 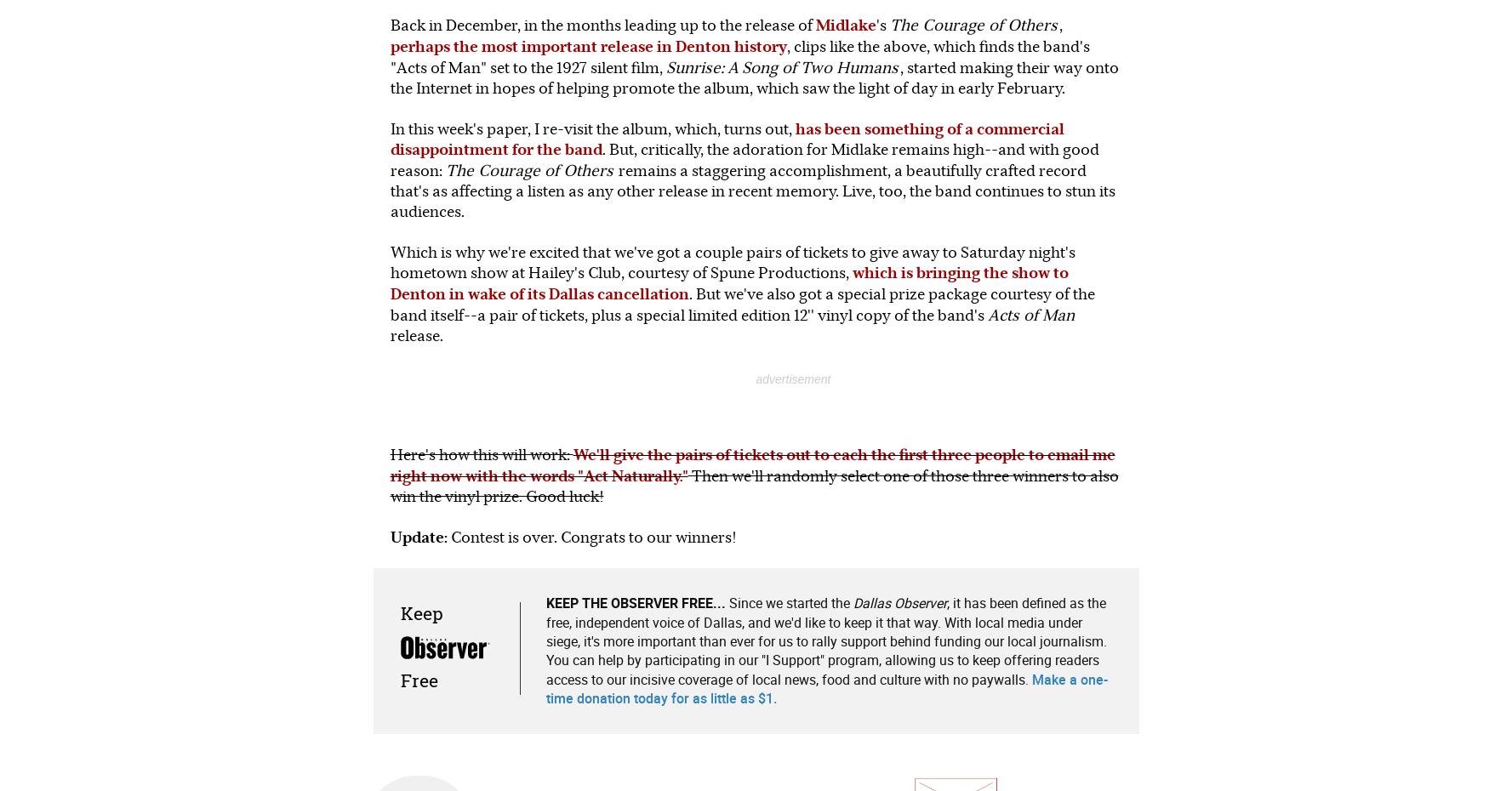 I want to click on ', it has been defined as the free, independent voice of Dallas, and we'd like to keep it that way. With local media under siege, it's more important than ever for us to rally support behind funding our local journalism. You can help by participating in our "I Support" program, allowing us to keep offering readers access to our incisive coverage of local news, food and culture with no paywalls.', so click(x=824, y=640).